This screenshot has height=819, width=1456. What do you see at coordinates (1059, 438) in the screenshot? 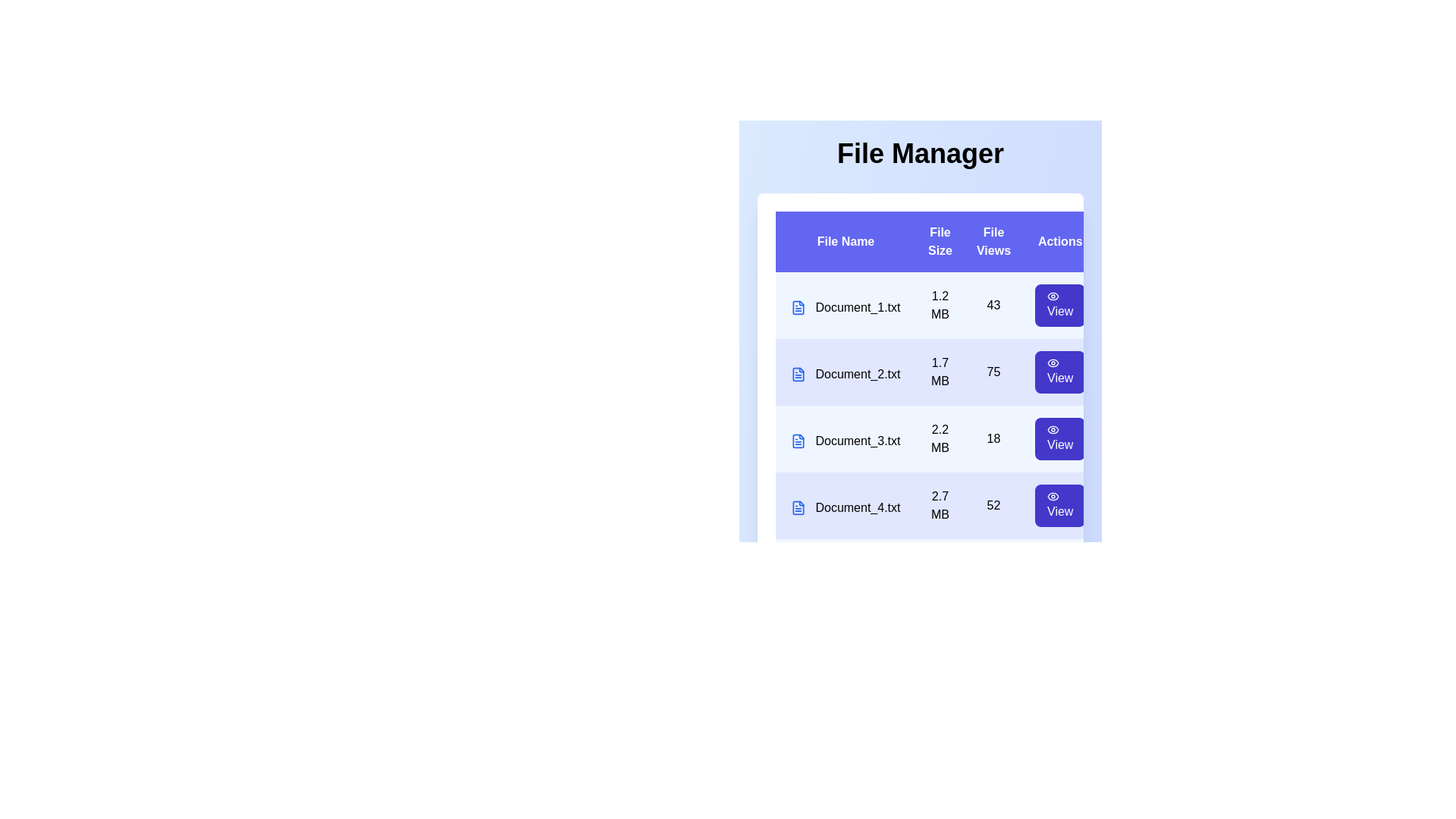
I see `the 'View' button for the file with name Document_3.txt` at bounding box center [1059, 438].